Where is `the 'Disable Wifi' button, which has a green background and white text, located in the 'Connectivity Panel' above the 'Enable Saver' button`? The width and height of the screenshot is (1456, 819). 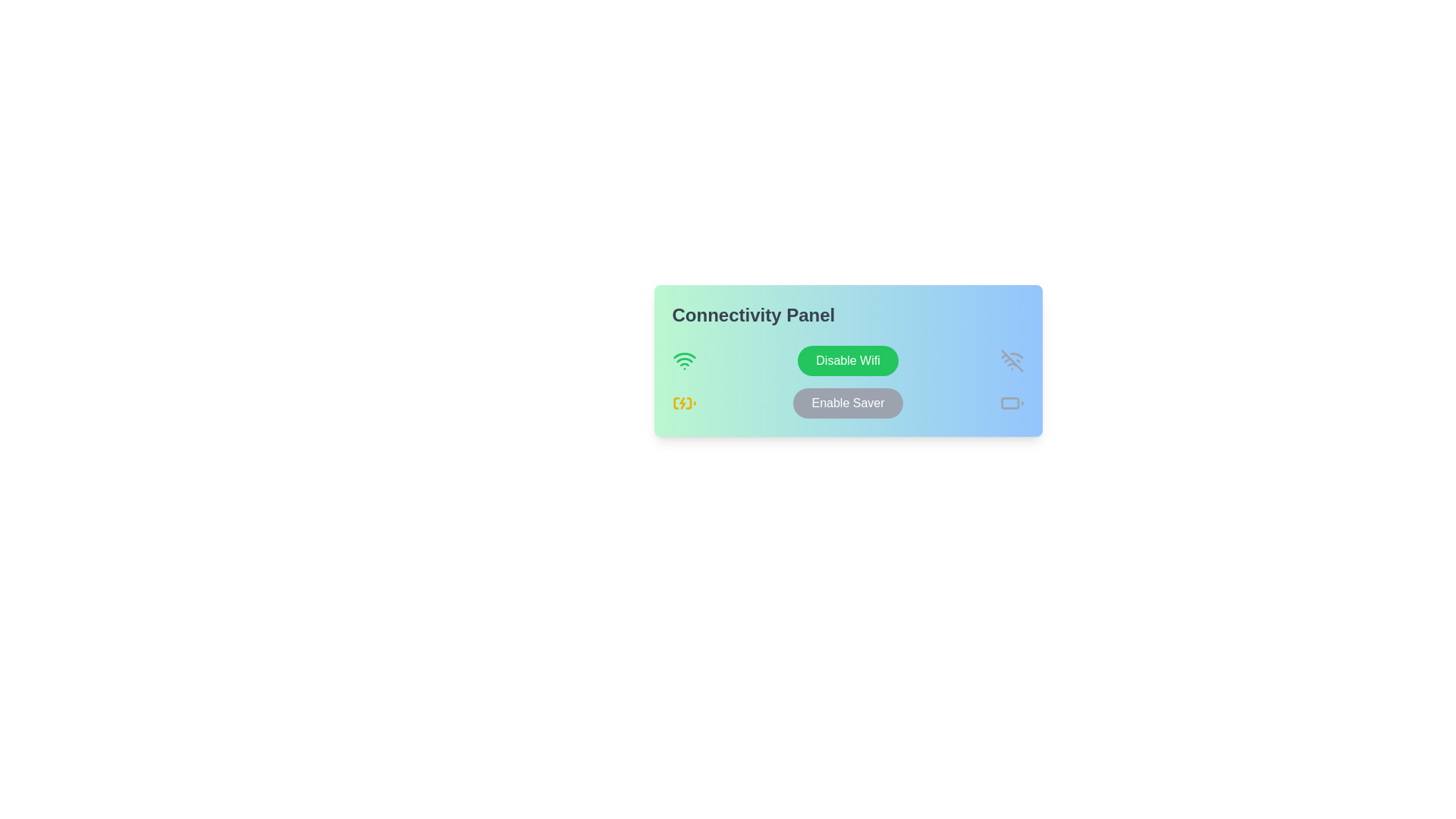
the 'Disable Wifi' button, which has a green background and white text, located in the 'Connectivity Panel' above the 'Enable Saver' button is located at coordinates (847, 360).